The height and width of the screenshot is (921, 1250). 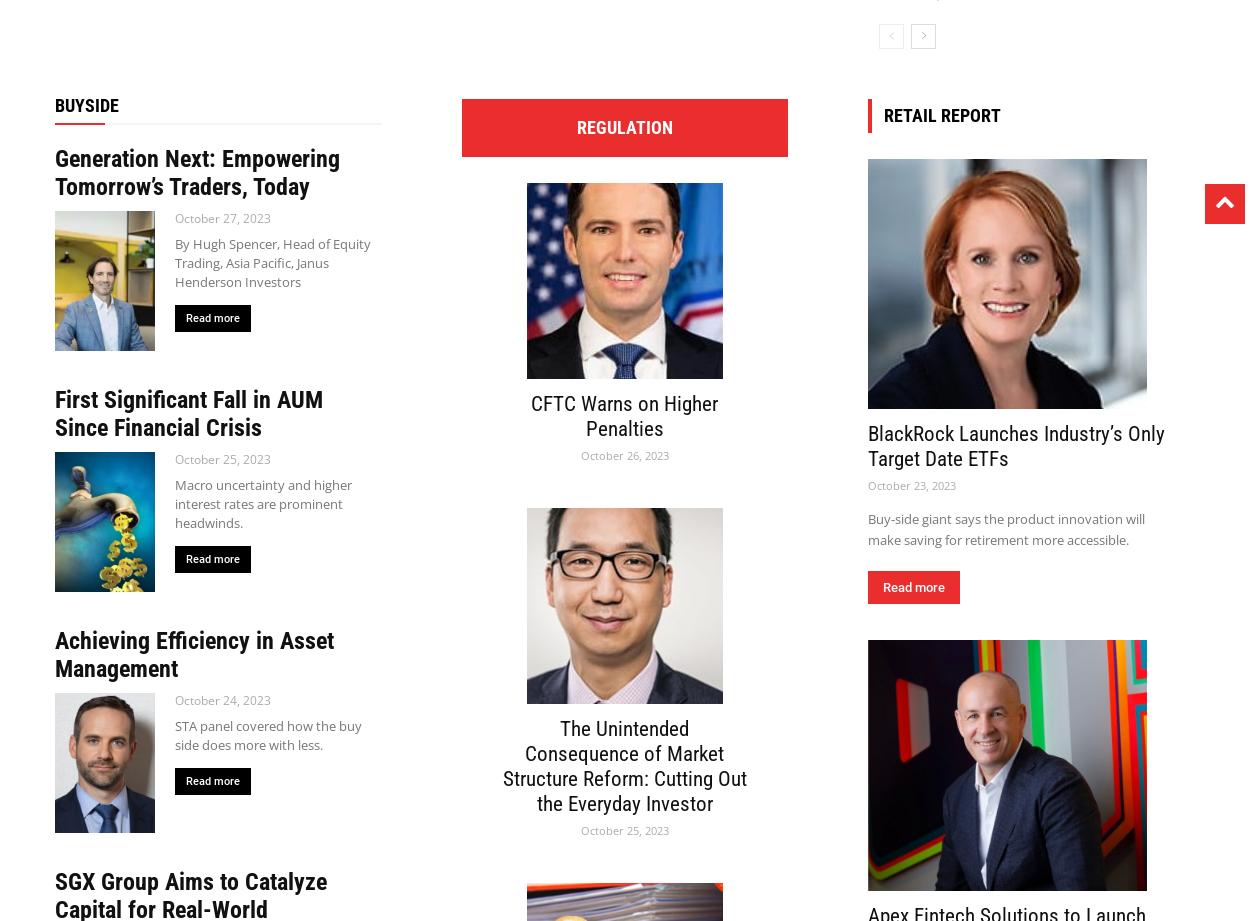 I want to click on 'By Hugh Spencer, Head of Equity Trading, Asia Pacific, Janus Henderson Investors', so click(x=175, y=261).